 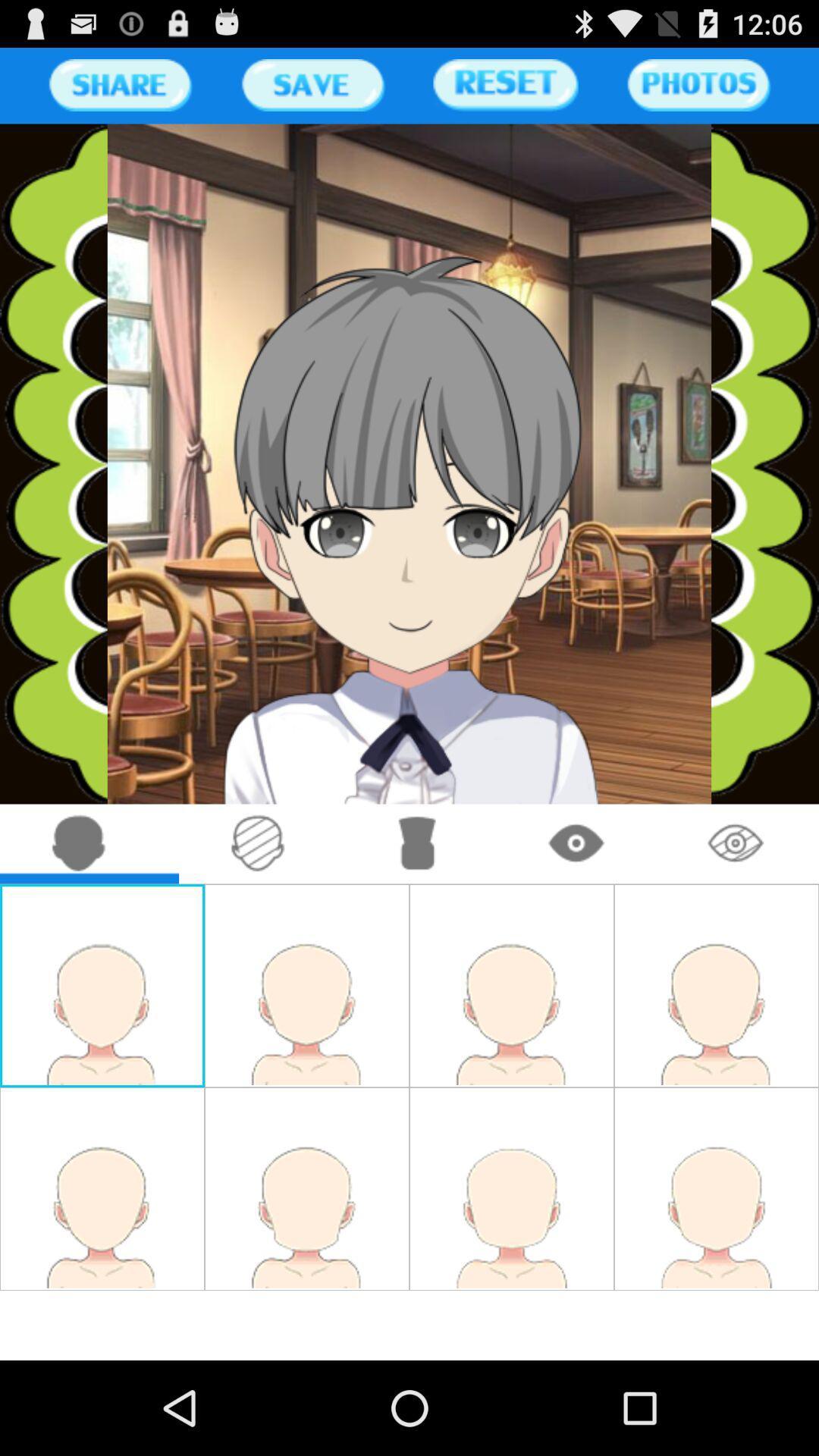 What do you see at coordinates (79, 843) in the screenshot?
I see `your face icon` at bounding box center [79, 843].